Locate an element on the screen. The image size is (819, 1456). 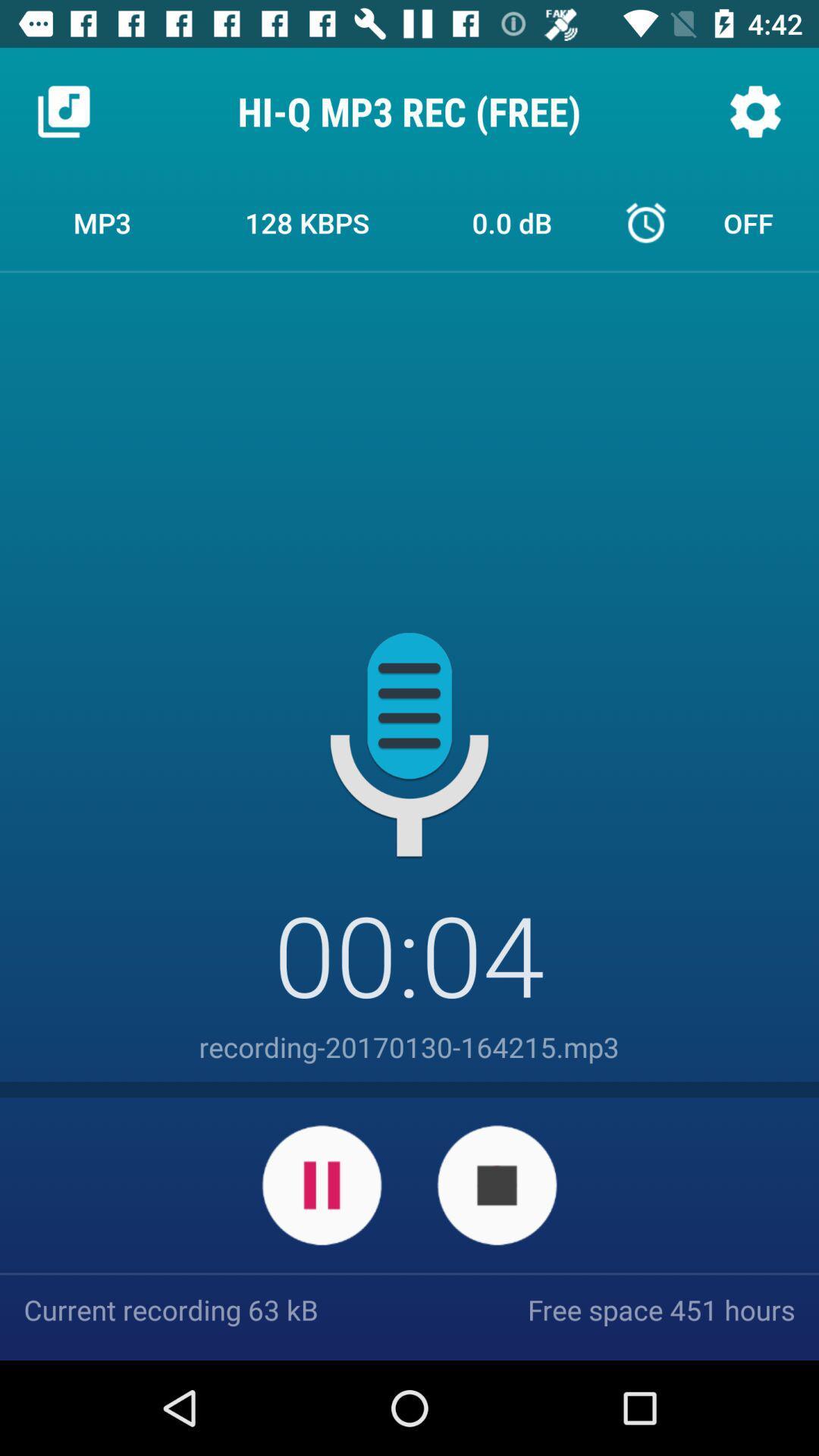
item below the hi q mp3 is located at coordinates (307, 221).